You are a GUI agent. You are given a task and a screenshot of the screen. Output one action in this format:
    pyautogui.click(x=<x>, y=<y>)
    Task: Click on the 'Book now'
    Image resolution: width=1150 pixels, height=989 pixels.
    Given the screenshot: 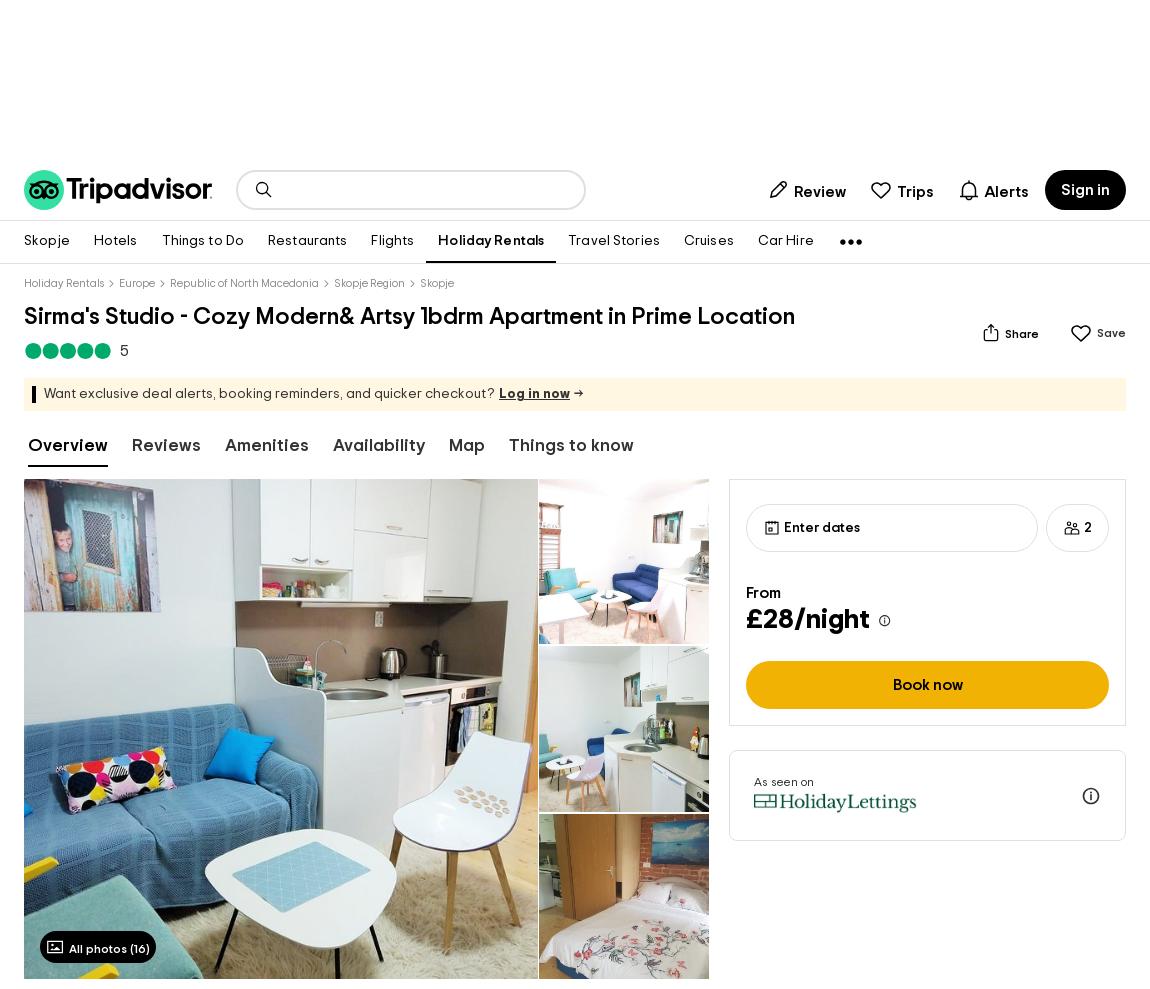 What is the action you would take?
    pyautogui.click(x=927, y=683)
    